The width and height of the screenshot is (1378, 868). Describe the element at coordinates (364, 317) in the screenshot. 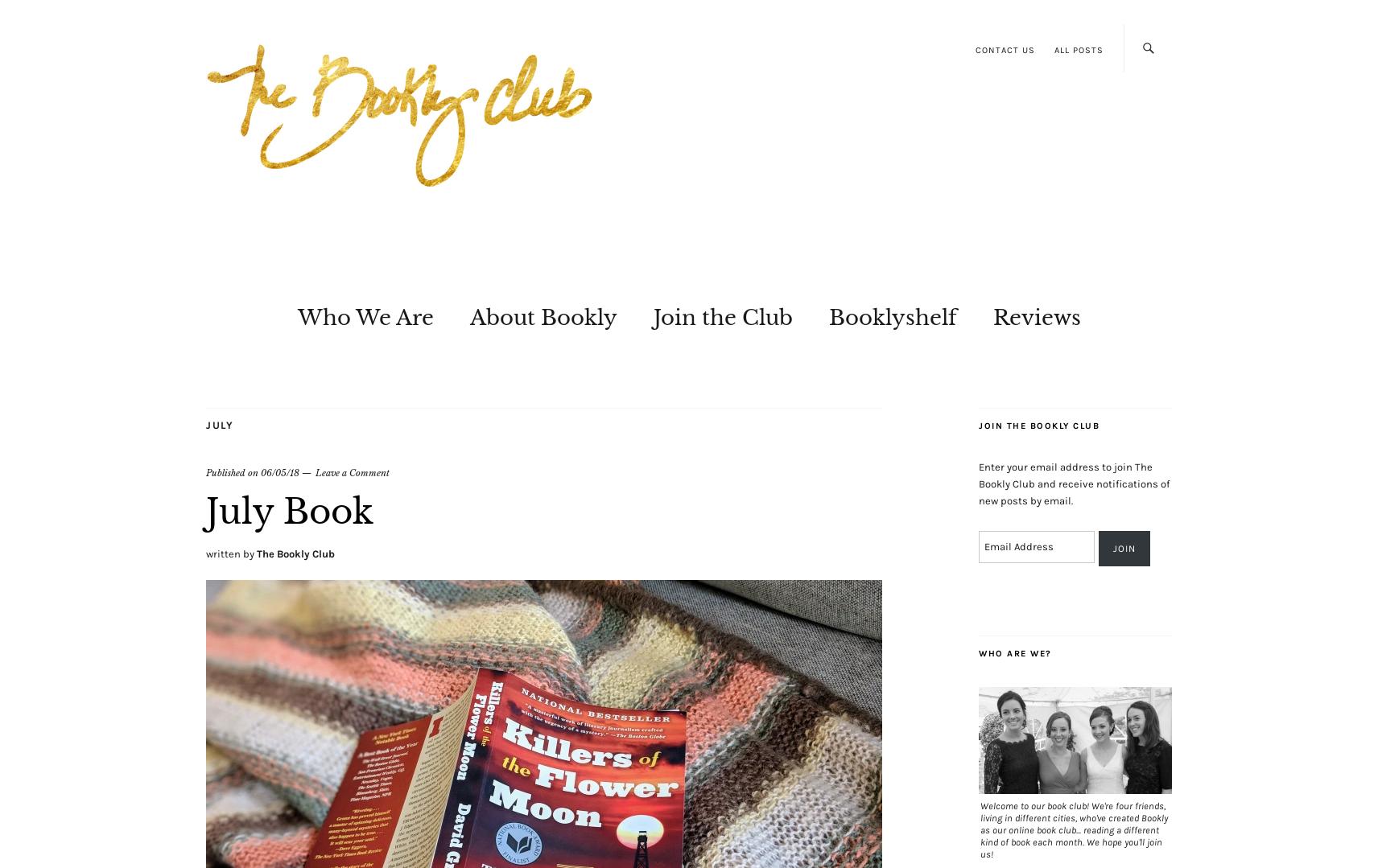

I see `'Who We Are'` at that location.